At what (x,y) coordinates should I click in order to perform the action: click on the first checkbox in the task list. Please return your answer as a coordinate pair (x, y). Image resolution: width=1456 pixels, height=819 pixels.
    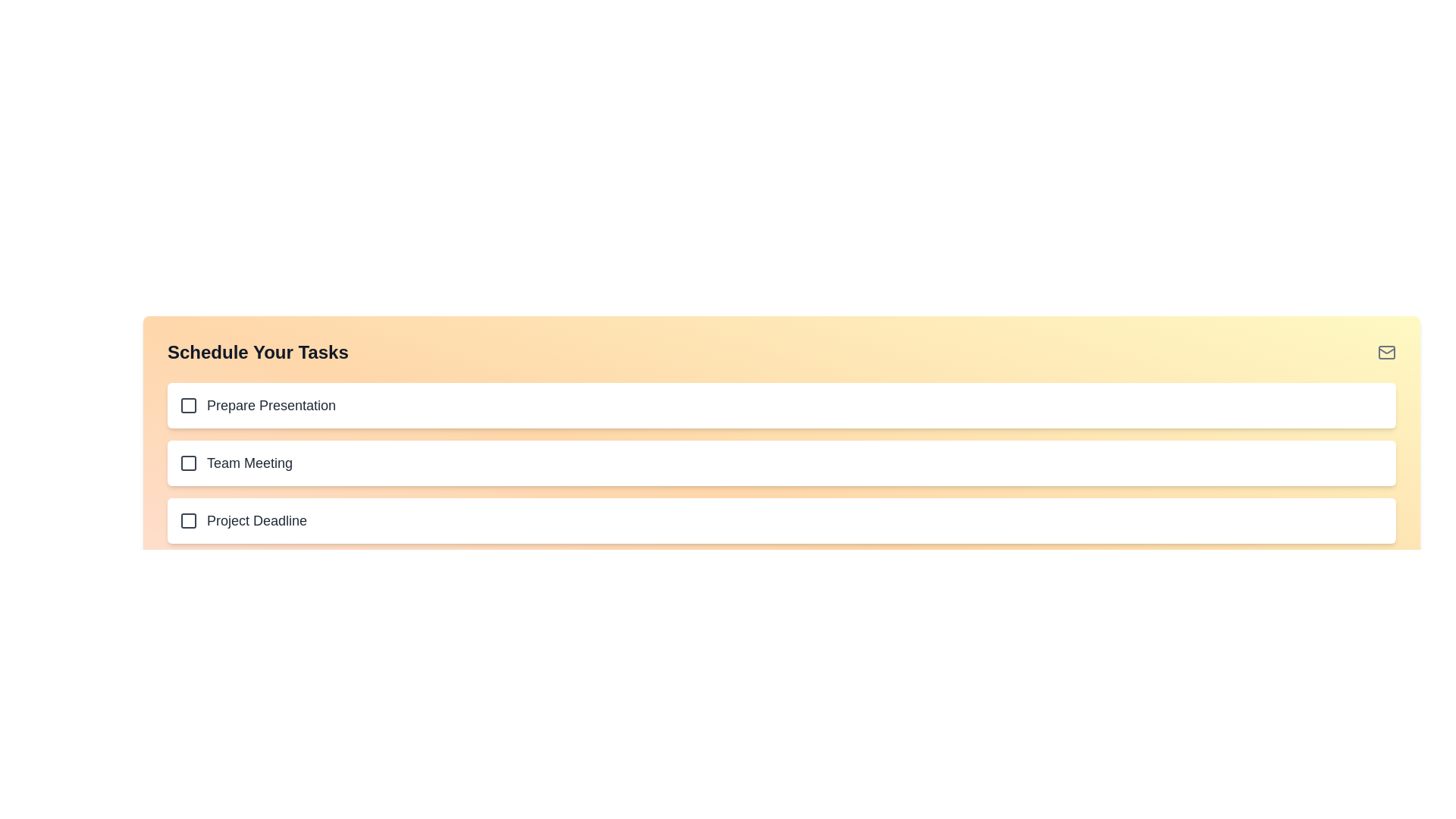
    Looking at the image, I should click on (188, 405).